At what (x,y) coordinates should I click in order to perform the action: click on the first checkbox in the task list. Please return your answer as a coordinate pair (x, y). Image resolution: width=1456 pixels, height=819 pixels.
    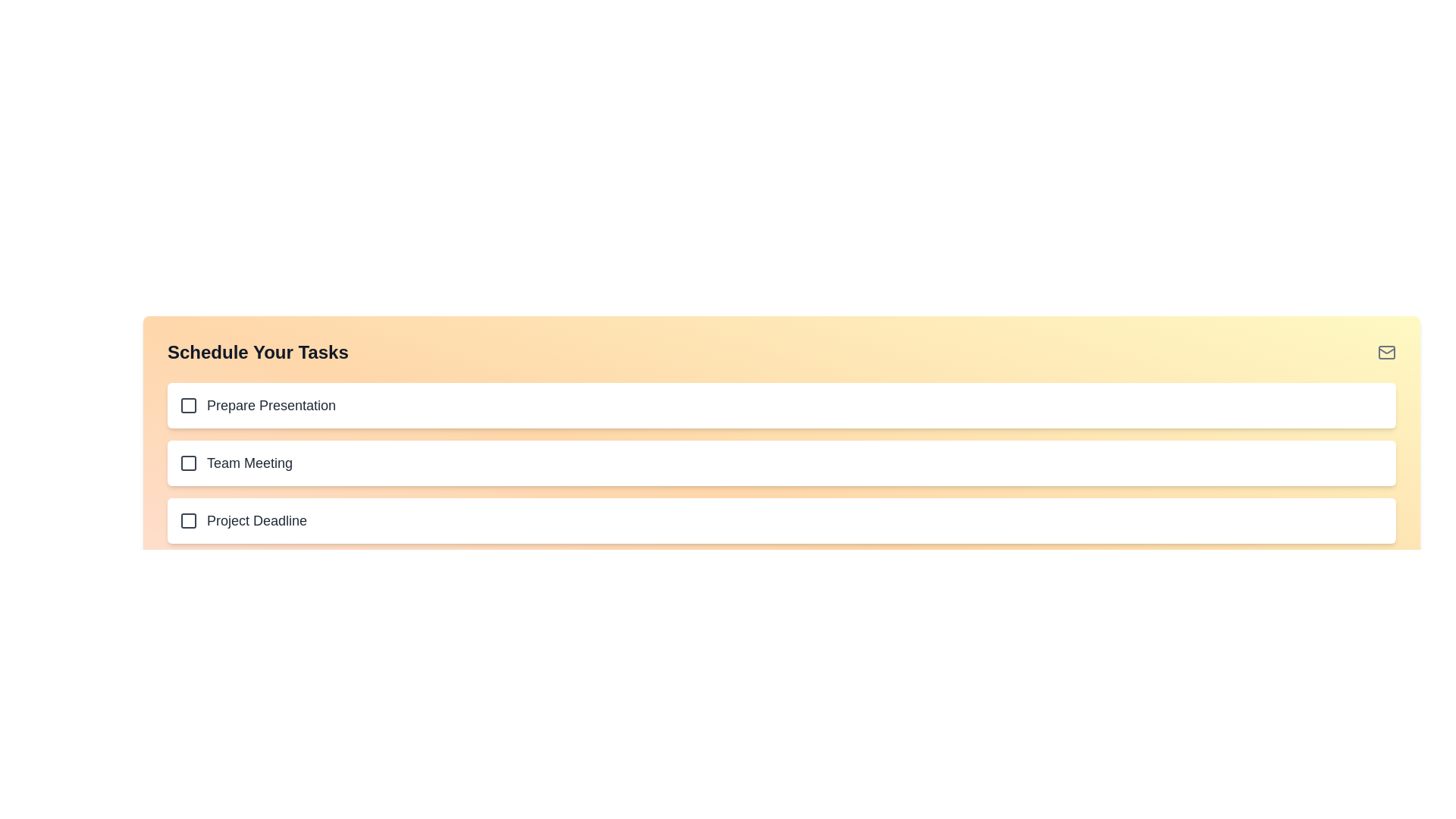
    Looking at the image, I should click on (188, 405).